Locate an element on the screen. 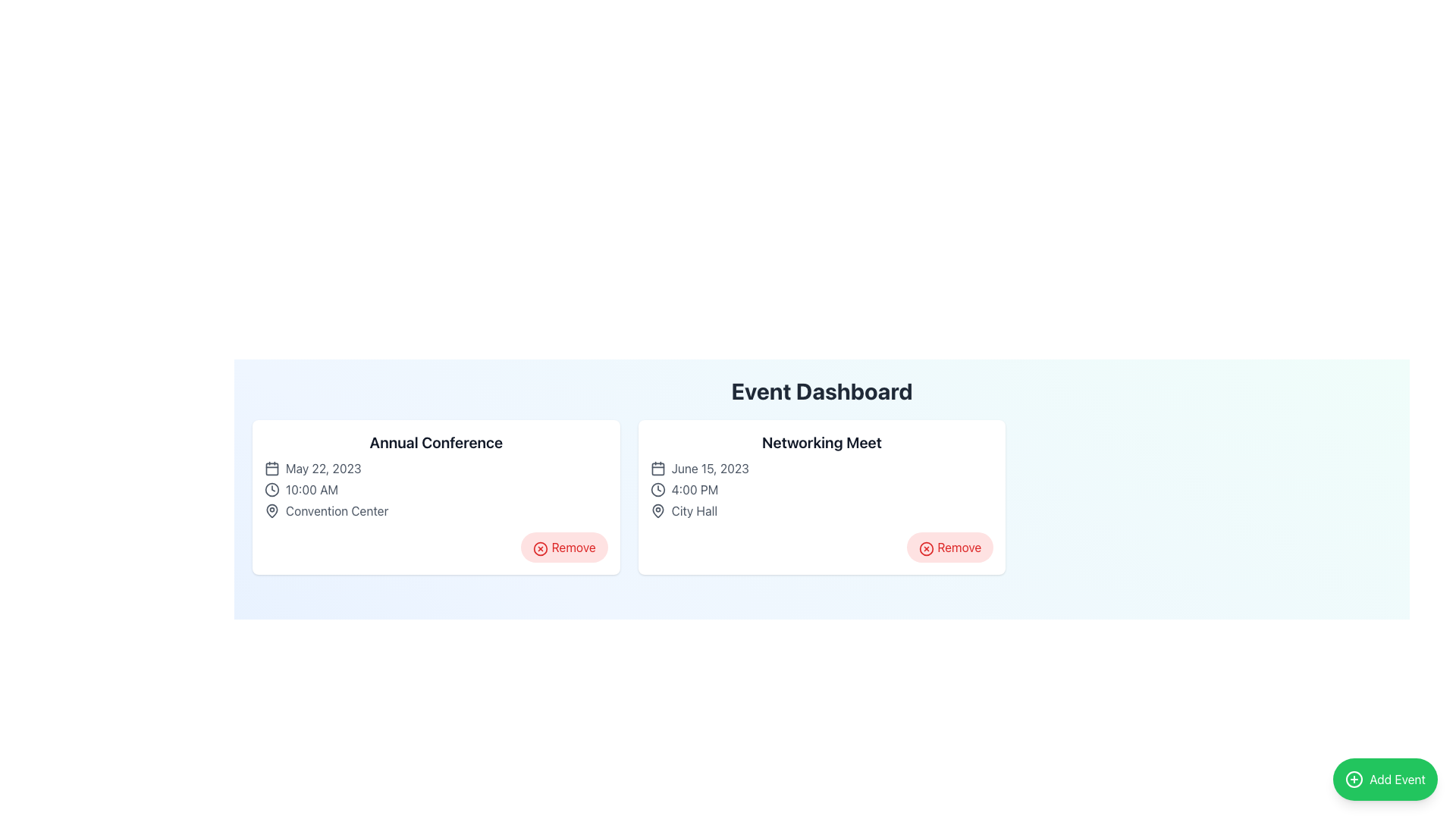 This screenshot has width=1456, height=819. text content of the Text label that displays the location for the 'Annual Conference' event, which is situated below the time details and above the 'Remove' button is located at coordinates (336, 511).